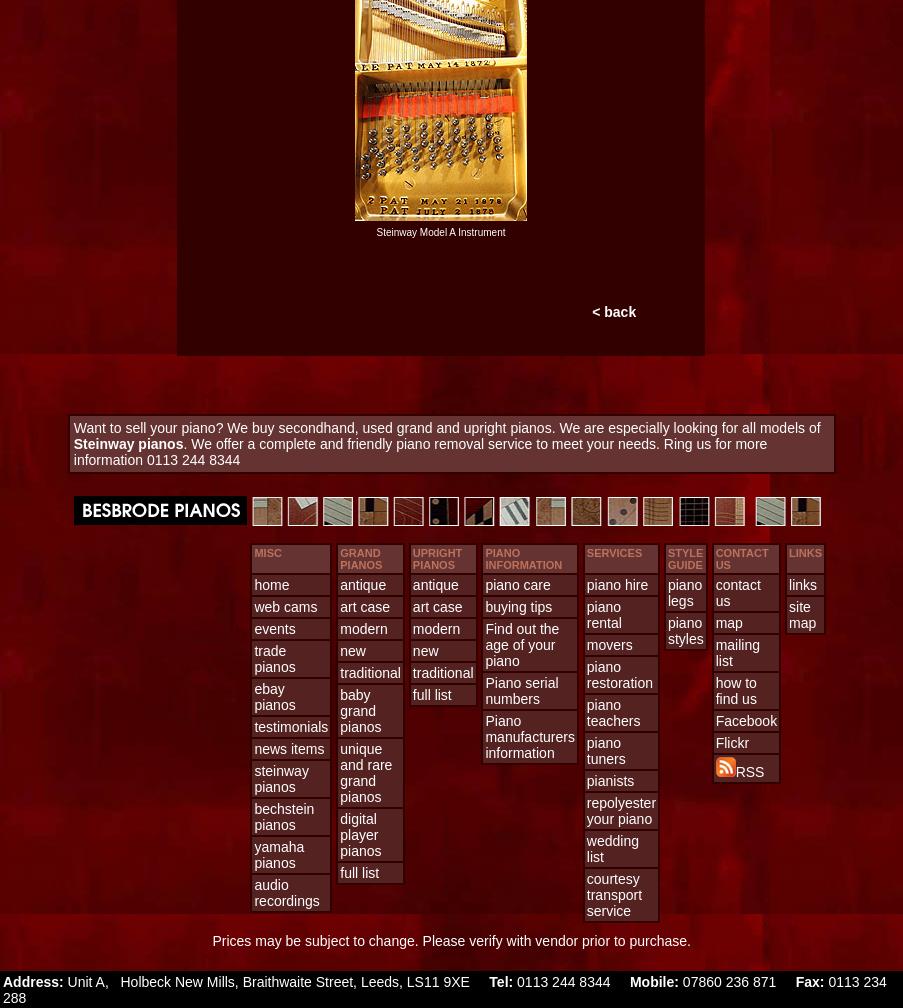  I want to click on 'piano tuners', so click(585, 750).